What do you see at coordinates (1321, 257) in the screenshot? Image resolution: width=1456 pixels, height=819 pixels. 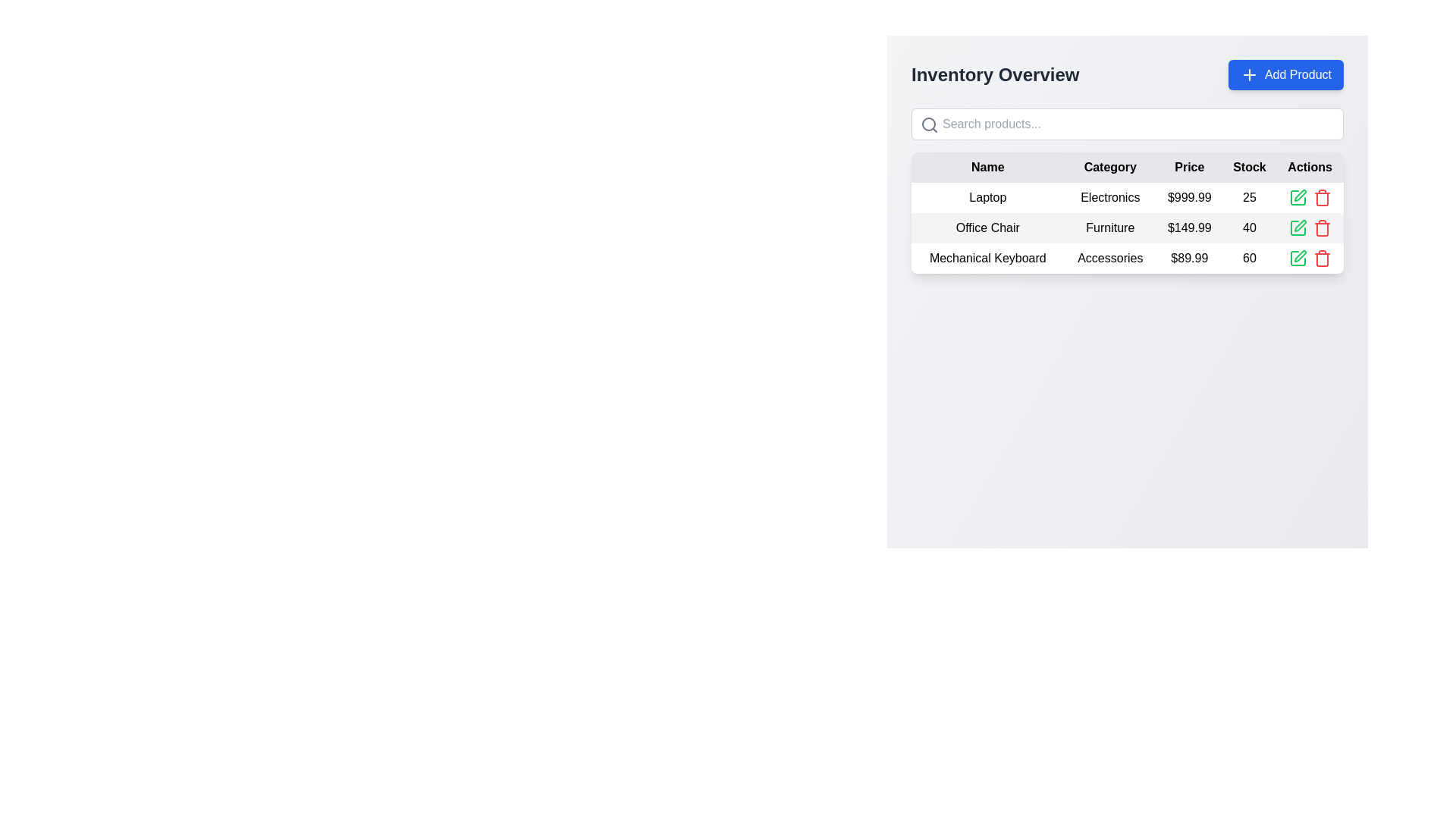 I see `the red trash bin icon in the 'Actions' column of the third row representing 'Mechanical Keyboard'` at bounding box center [1321, 257].